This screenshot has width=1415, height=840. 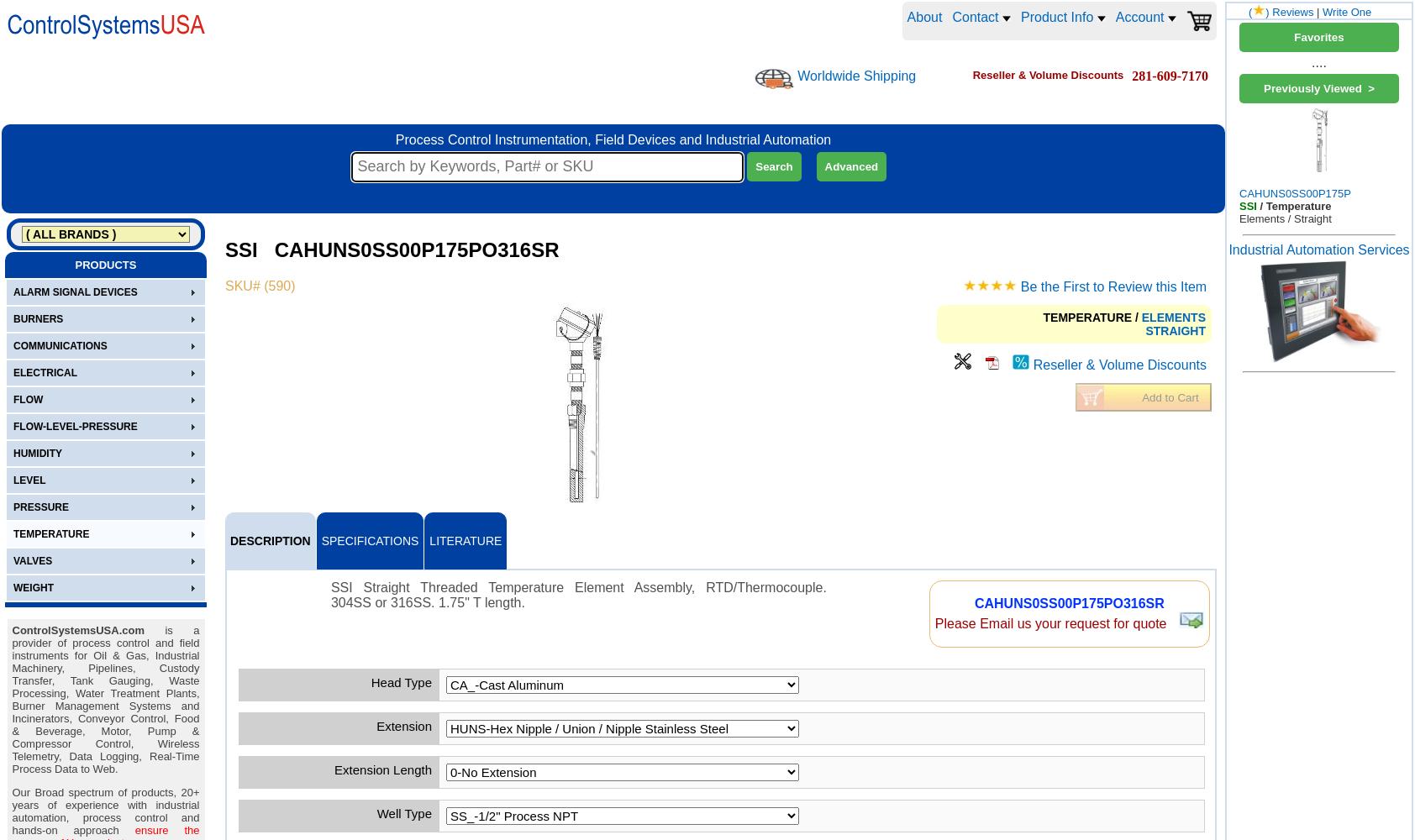 What do you see at coordinates (855, 74) in the screenshot?
I see `'Worldwide Shipping'` at bounding box center [855, 74].